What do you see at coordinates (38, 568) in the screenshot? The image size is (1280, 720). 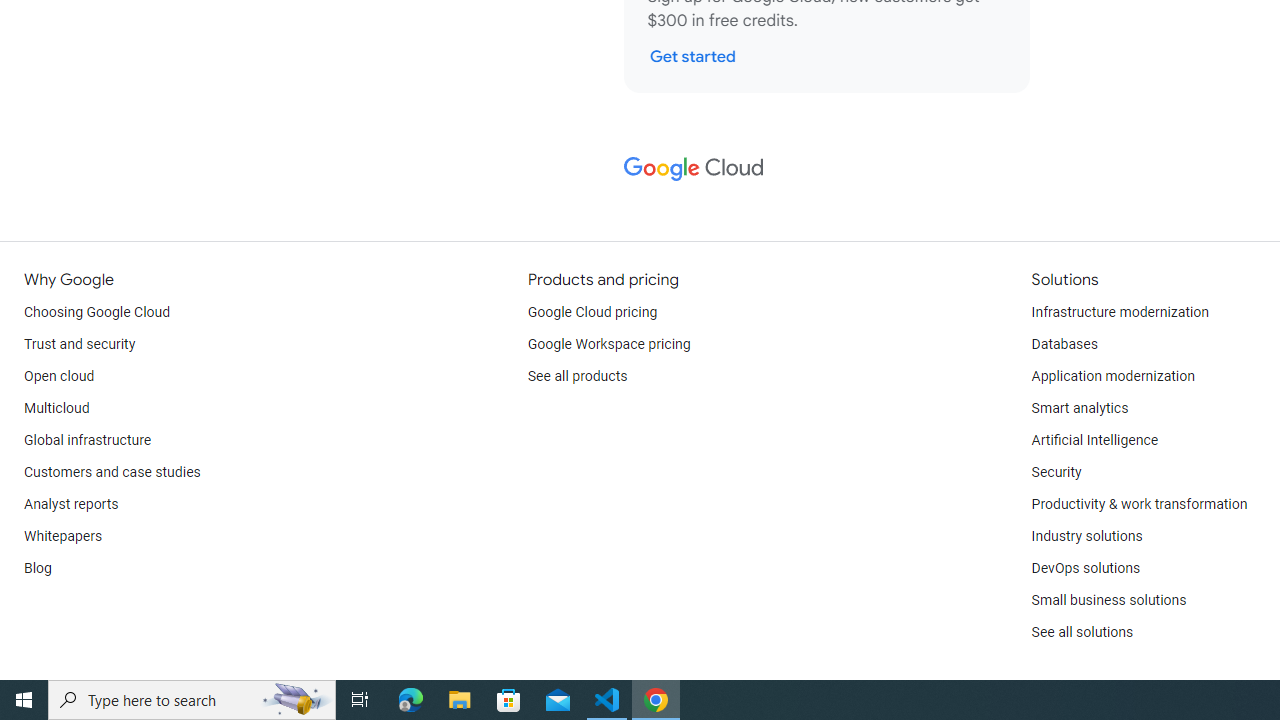 I see `'Blog'` at bounding box center [38, 568].